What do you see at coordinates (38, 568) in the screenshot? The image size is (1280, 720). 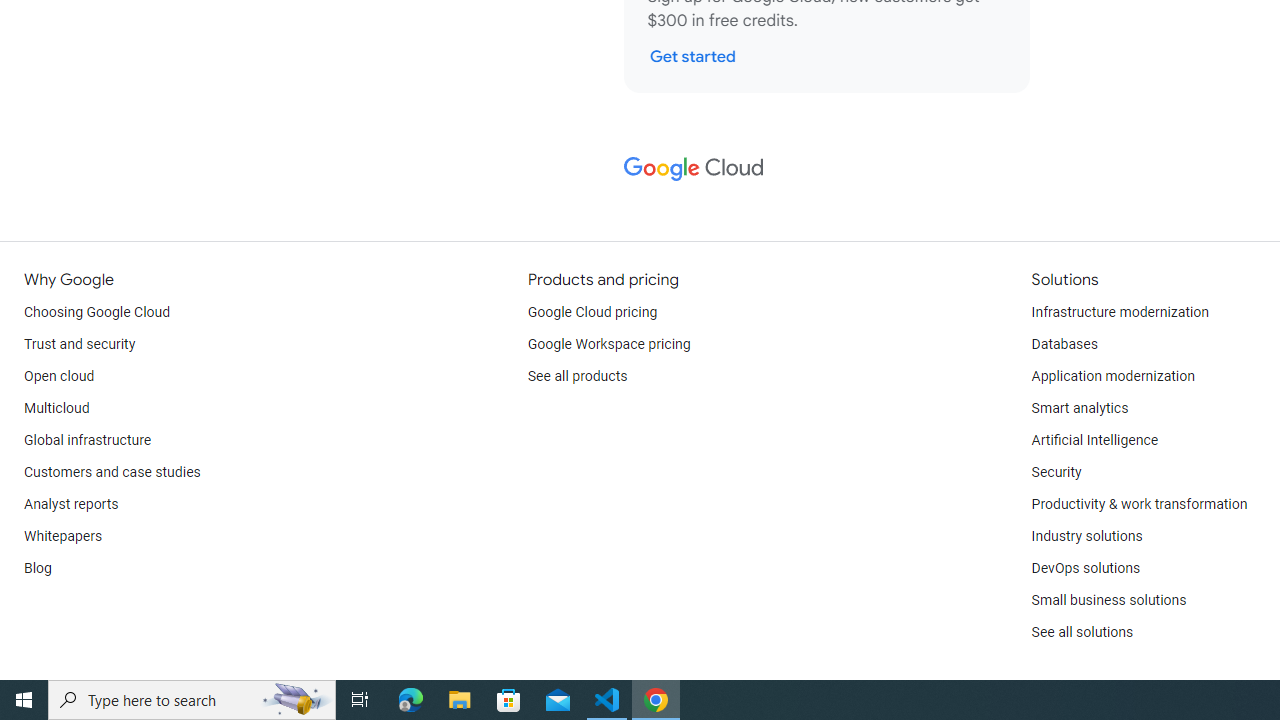 I see `'Blog'` at bounding box center [38, 568].